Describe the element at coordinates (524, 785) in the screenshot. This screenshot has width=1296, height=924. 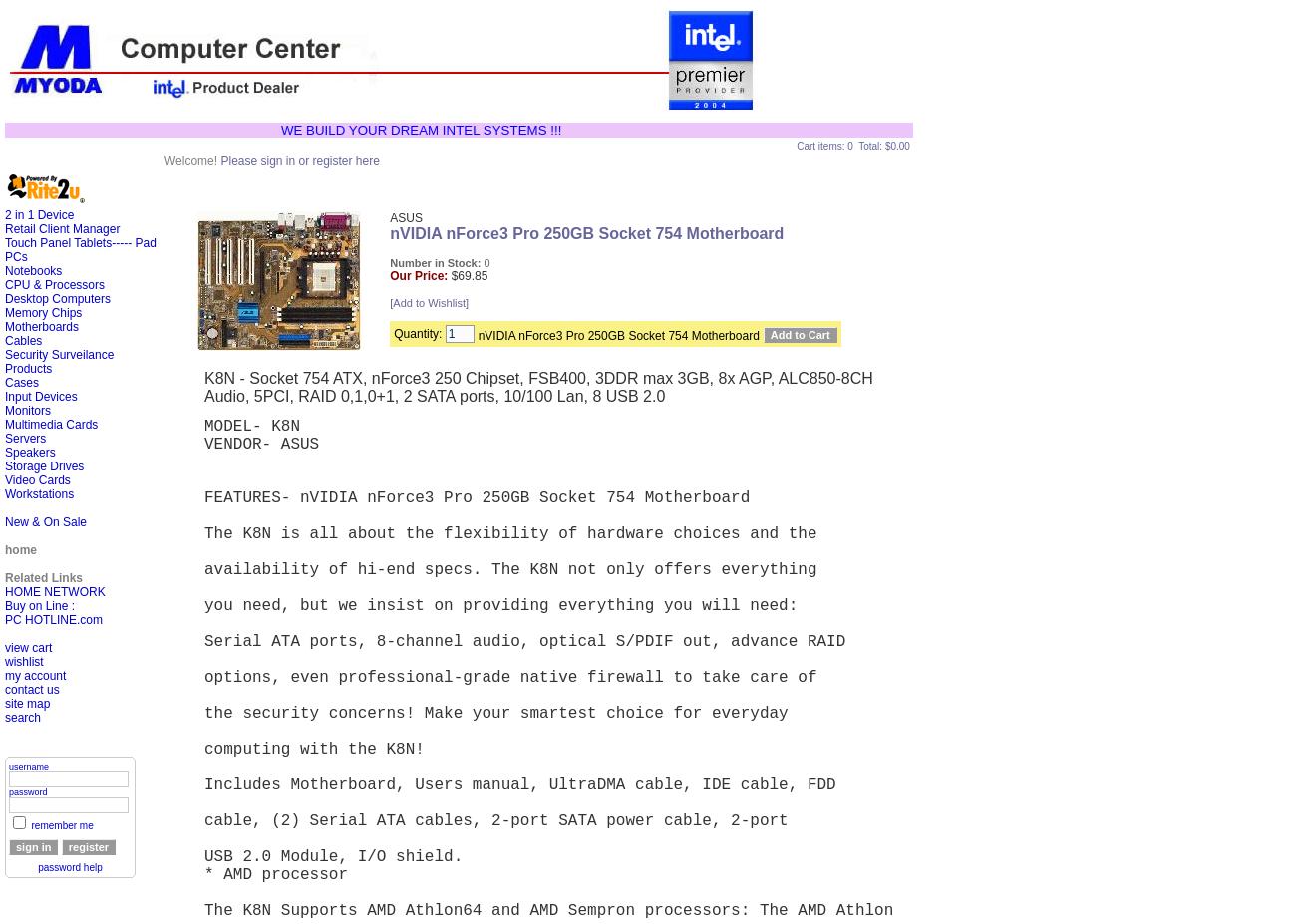
I see `'Includes Motherboard, Users manual, UltraDMA cable, IDE cable, FDD'` at that location.